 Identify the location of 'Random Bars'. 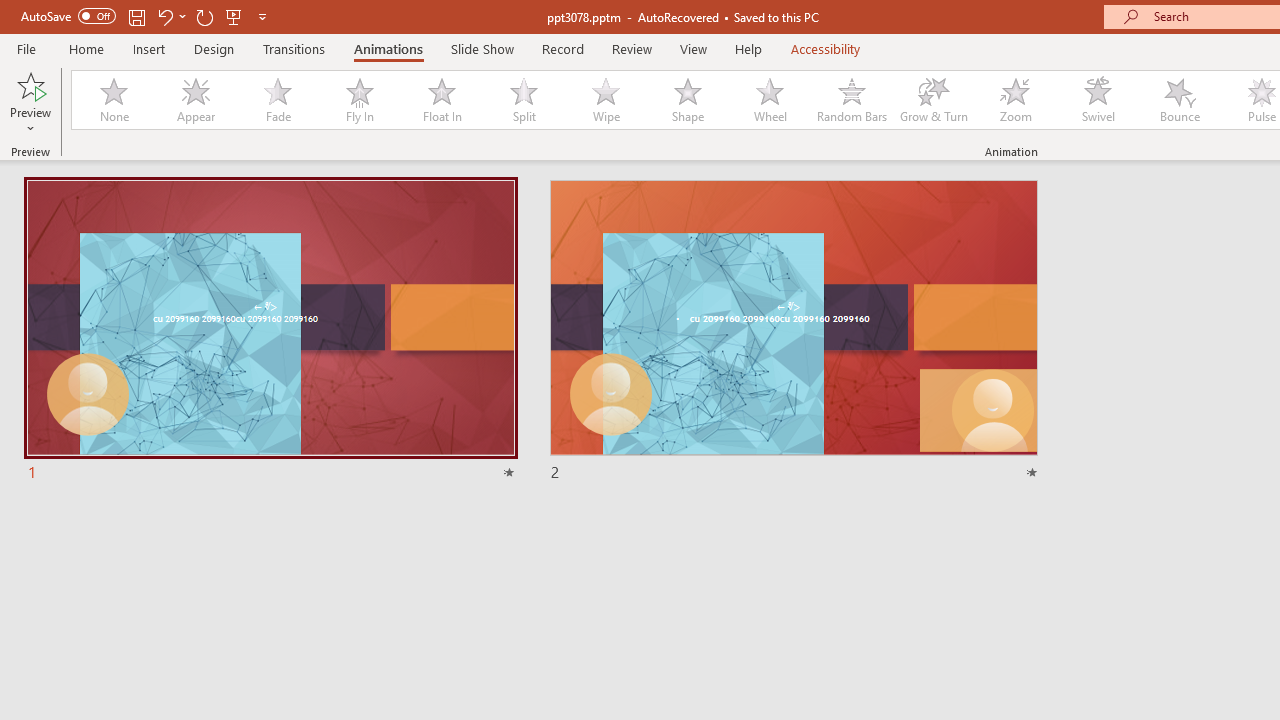
(852, 100).